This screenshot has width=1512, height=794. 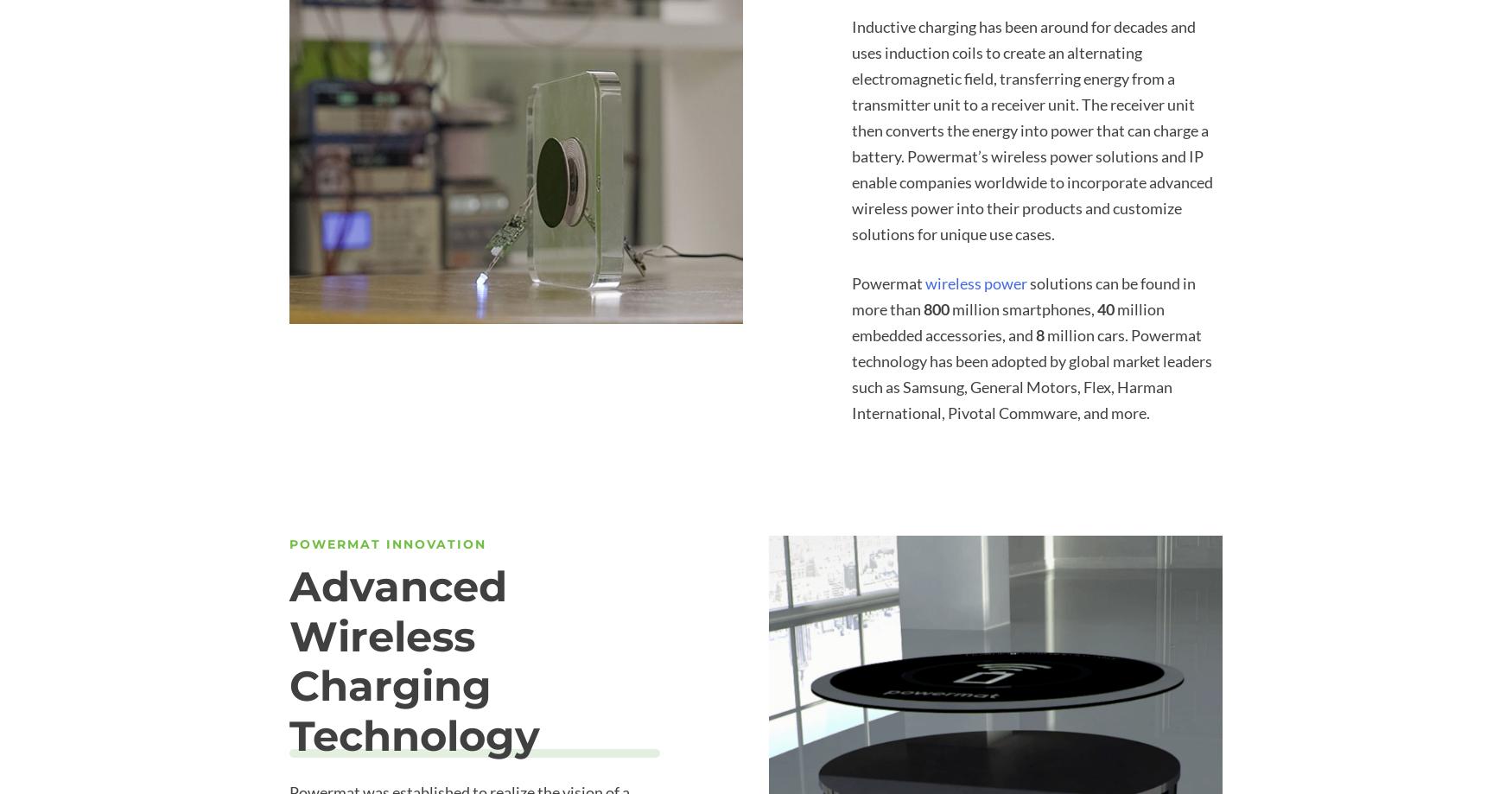 I want to click on 'wireless power', so click(x=975, y=282).